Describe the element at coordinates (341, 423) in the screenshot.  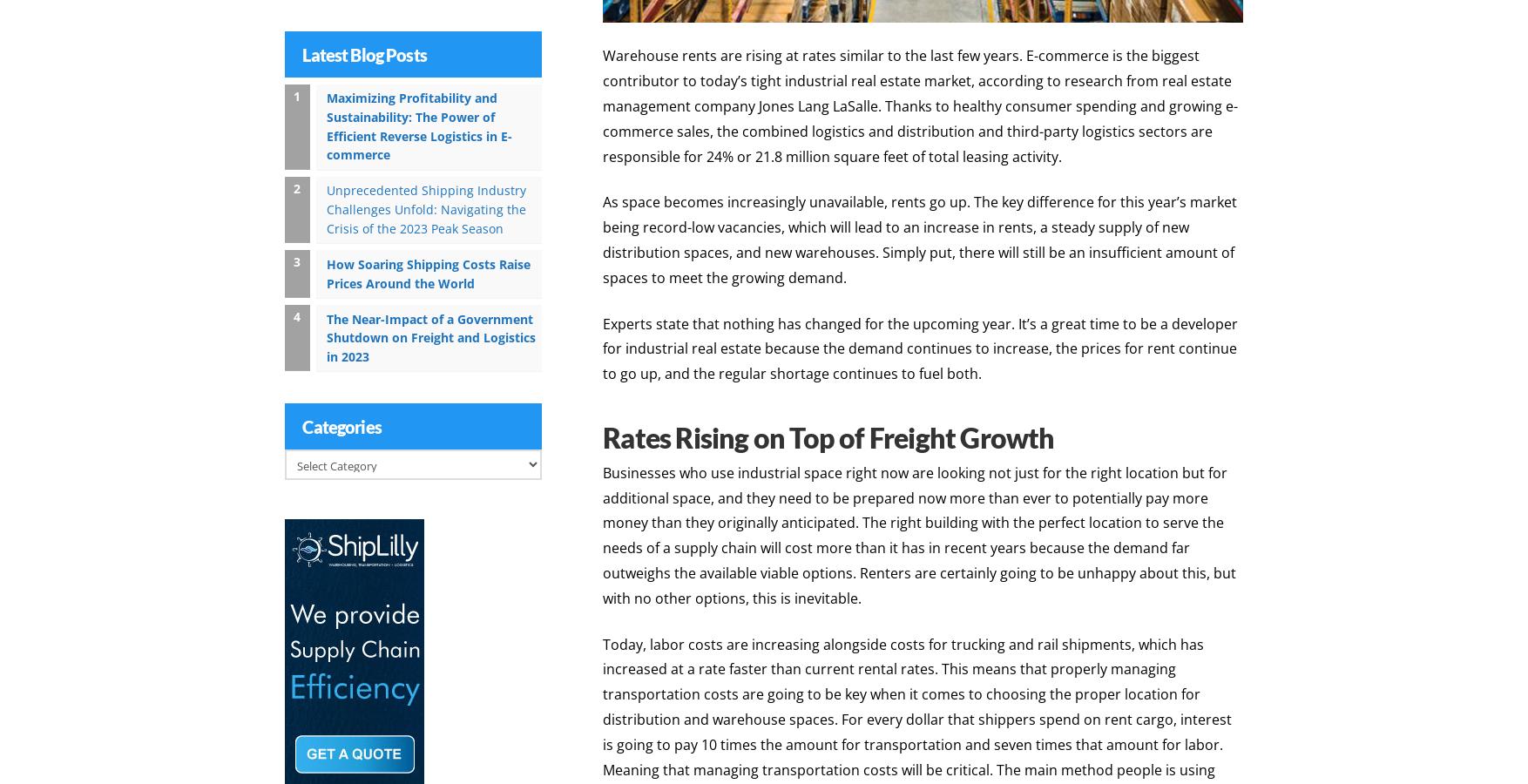
I see `'Categories'` at that location.